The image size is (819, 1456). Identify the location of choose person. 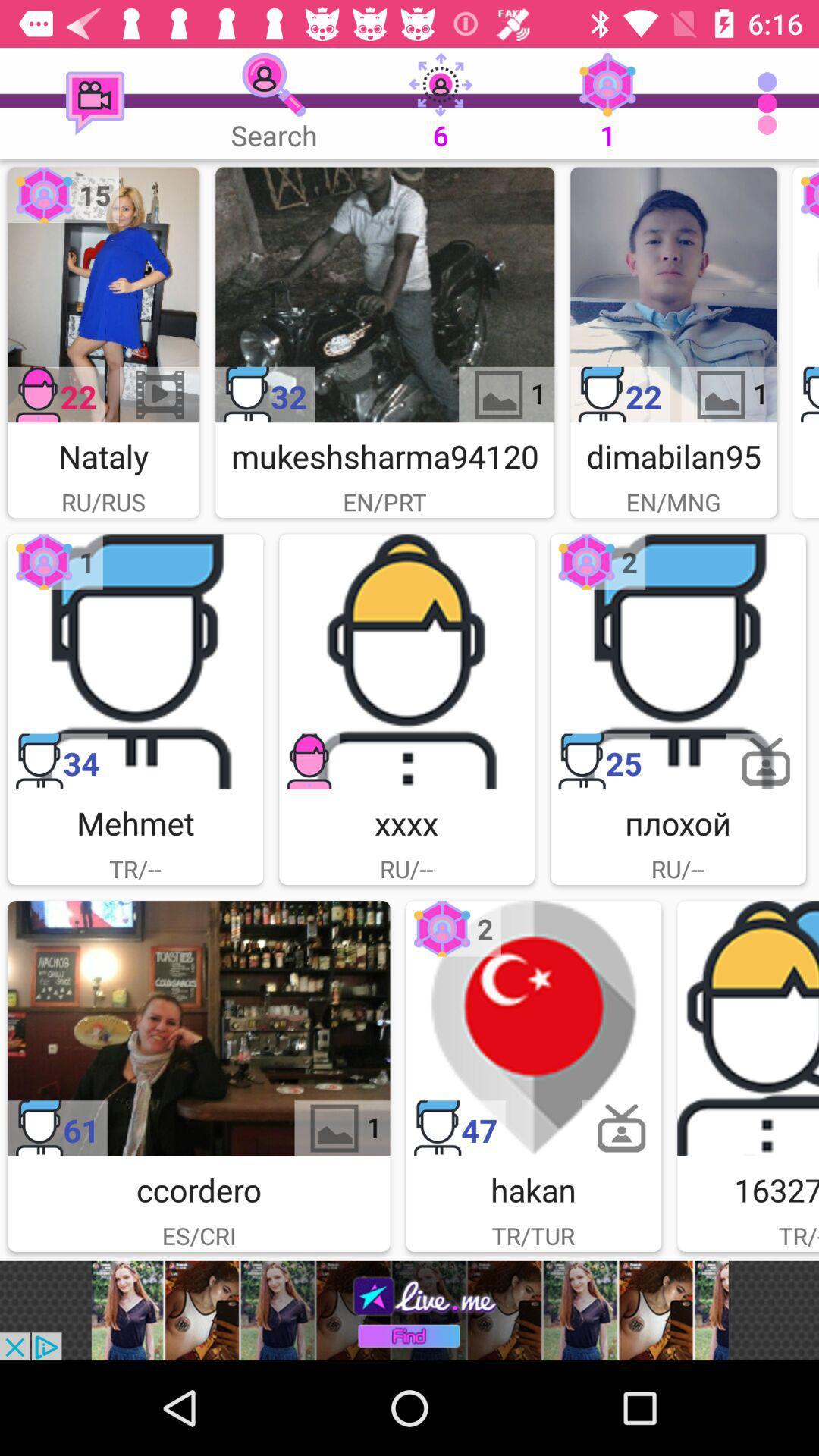
(406, 661).